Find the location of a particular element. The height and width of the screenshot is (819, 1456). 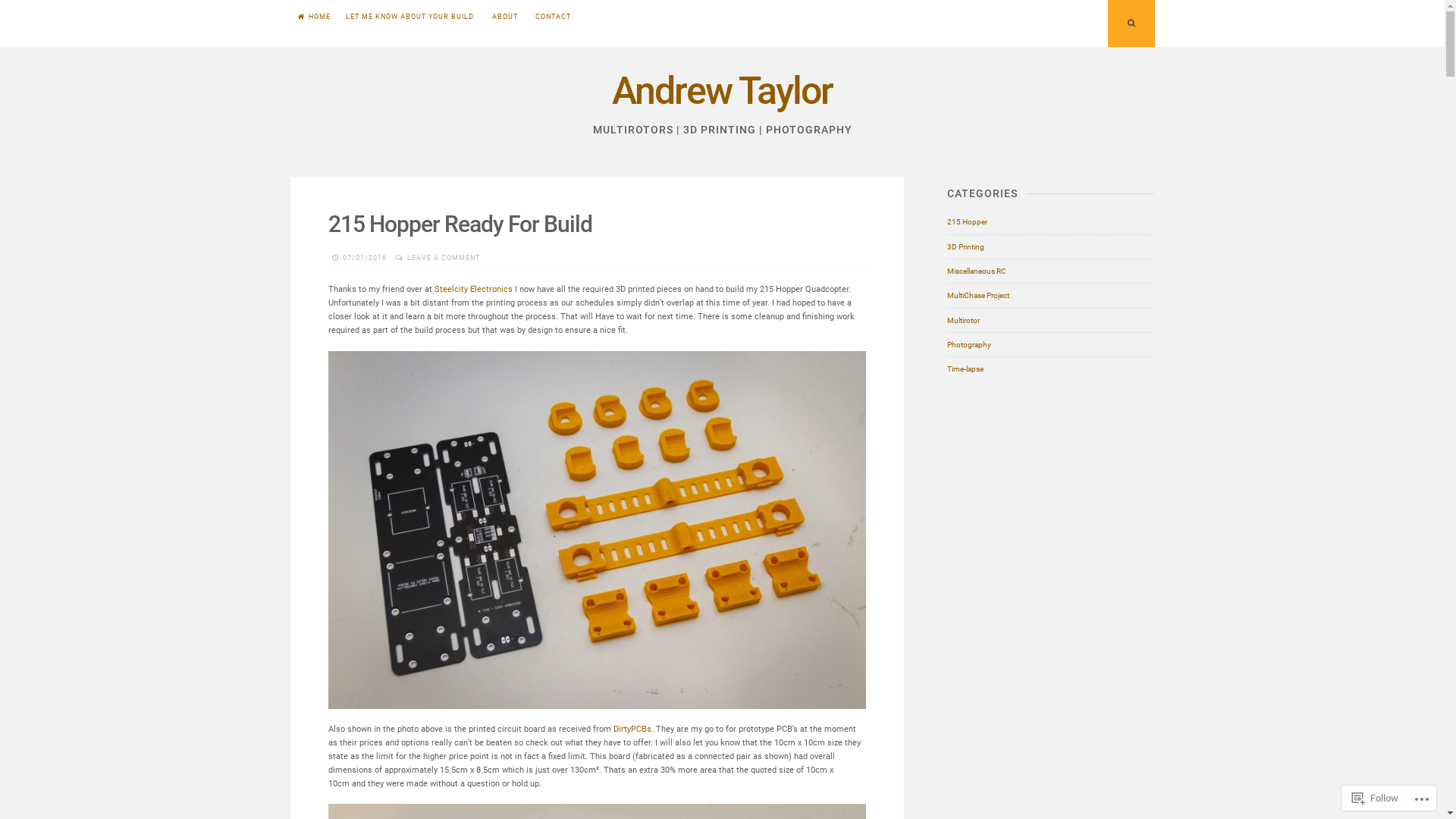

'215 Hopper Ready For Build' is located at coordinates (459, 224).